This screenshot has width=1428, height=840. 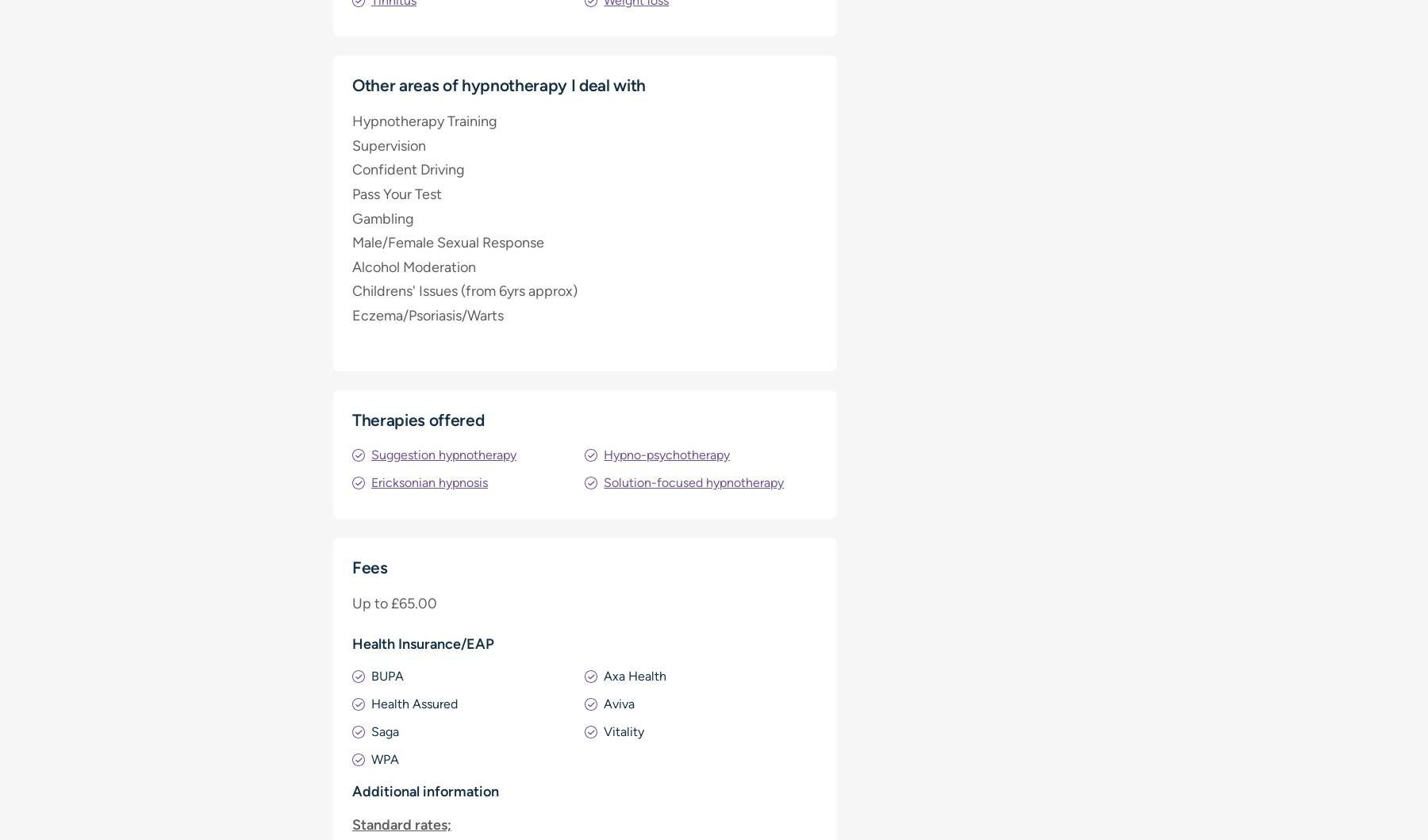 I want to click on 'Additional information', so click(x=424, y=790).